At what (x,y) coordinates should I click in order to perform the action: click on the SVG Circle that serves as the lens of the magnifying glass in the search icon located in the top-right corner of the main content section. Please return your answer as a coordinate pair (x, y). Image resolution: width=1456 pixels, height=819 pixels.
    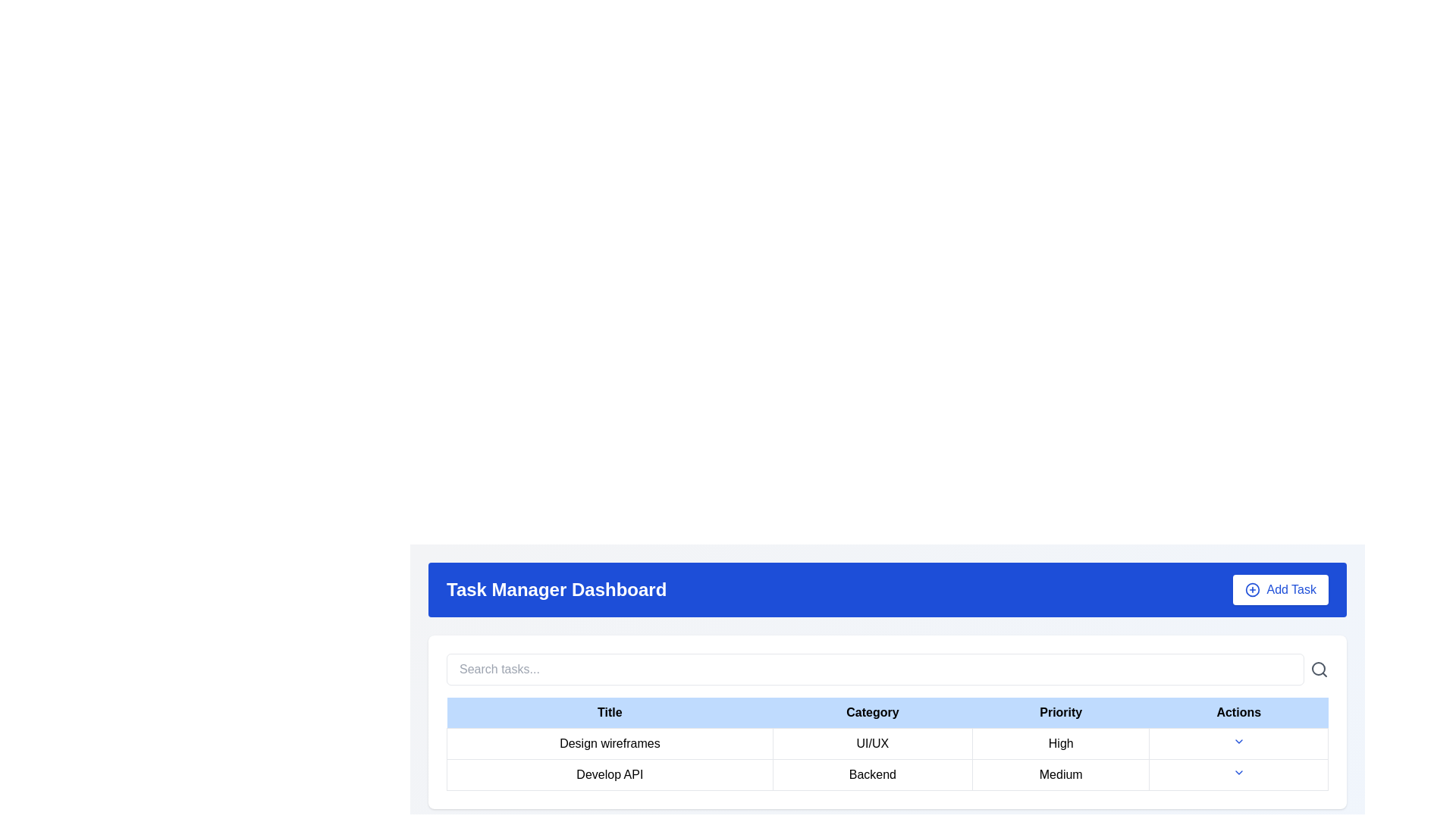
    Looking at the image, I should click on (1317, 668).